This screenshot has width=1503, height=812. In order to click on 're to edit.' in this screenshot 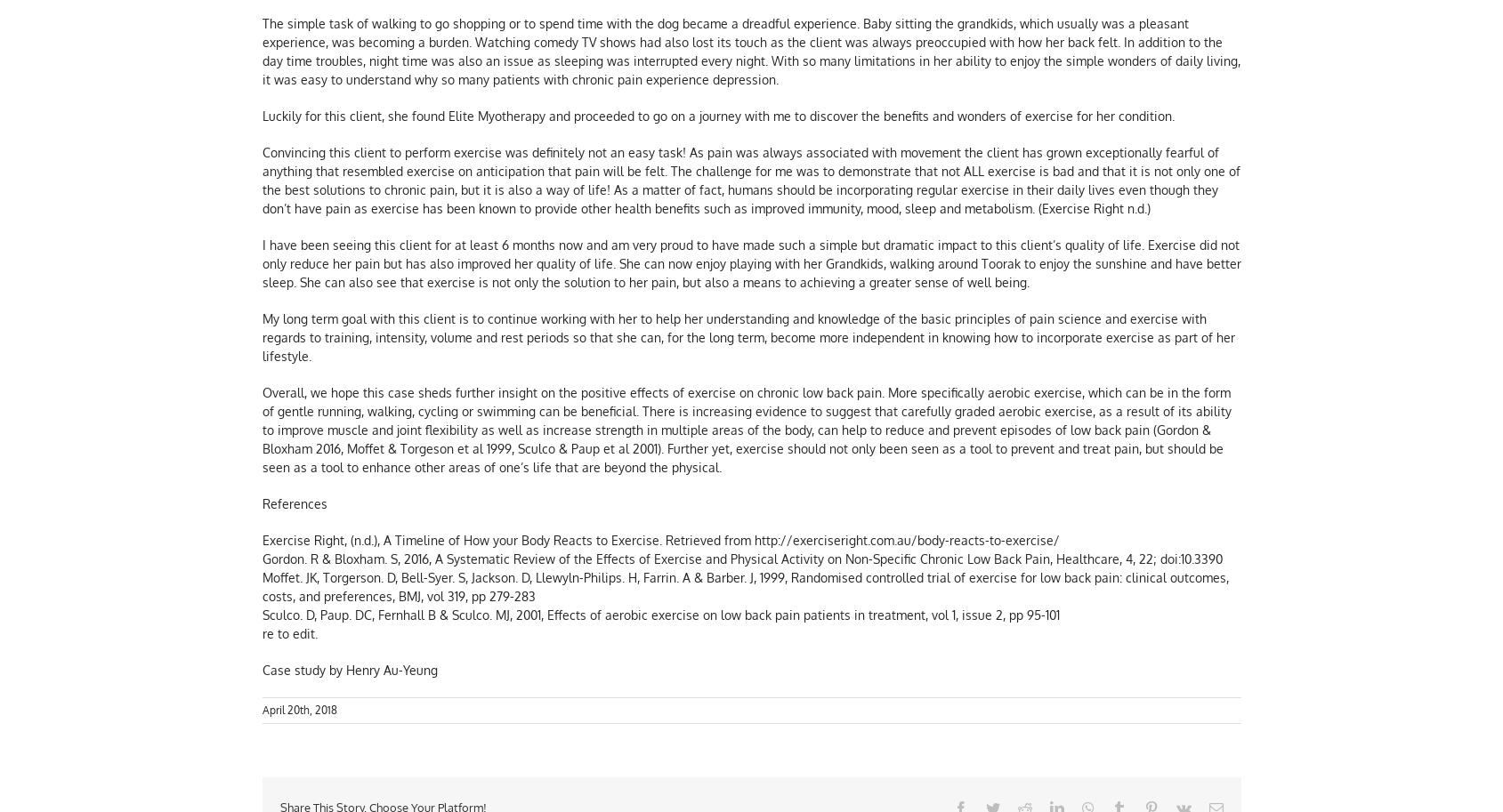, I will do `click(262, 635)`.